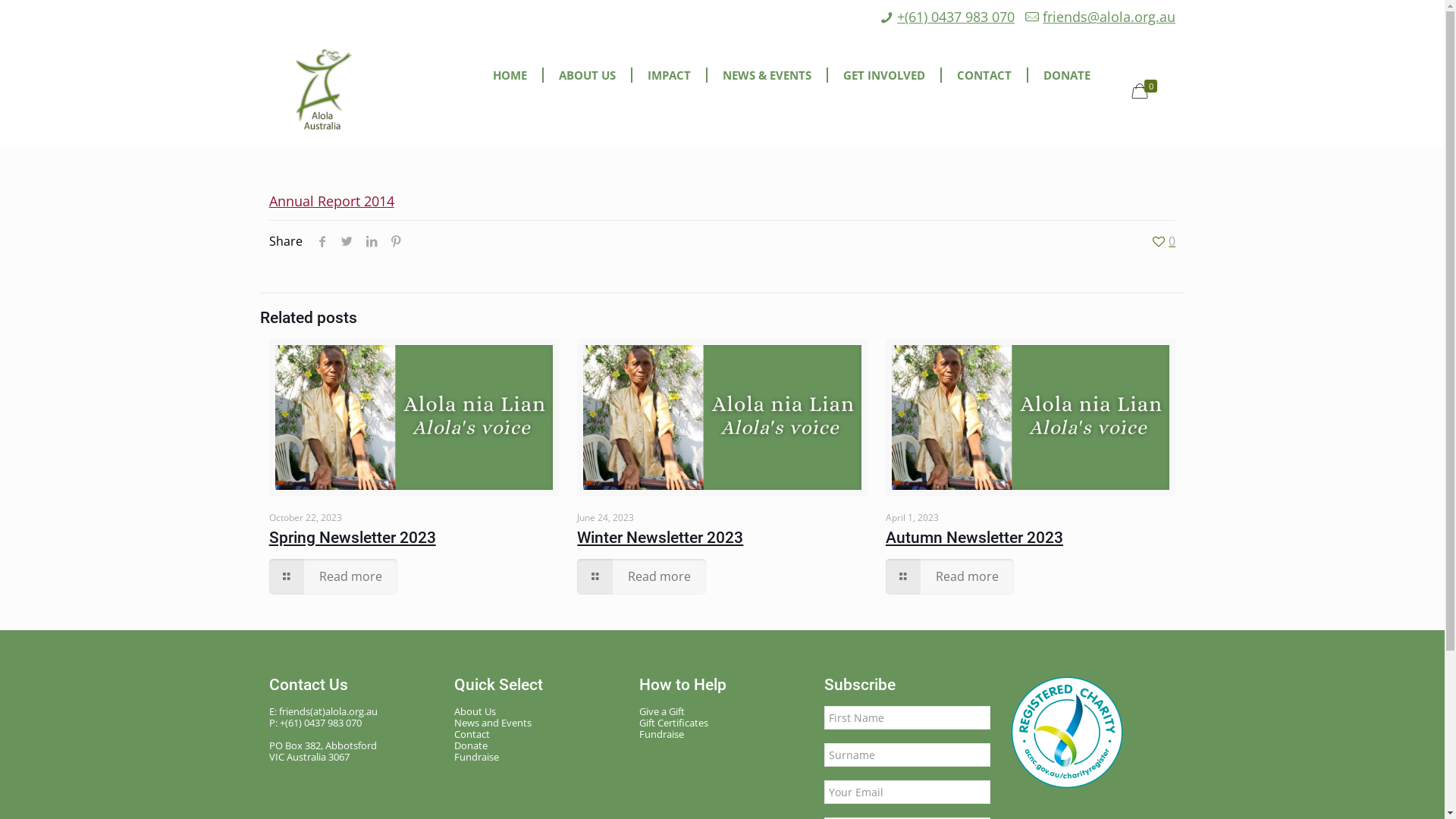 This screenshot has height=819, width=1456. Describe the element at coordinates (538, 722) in the screenshot. I see `'News and Events'` at that location.